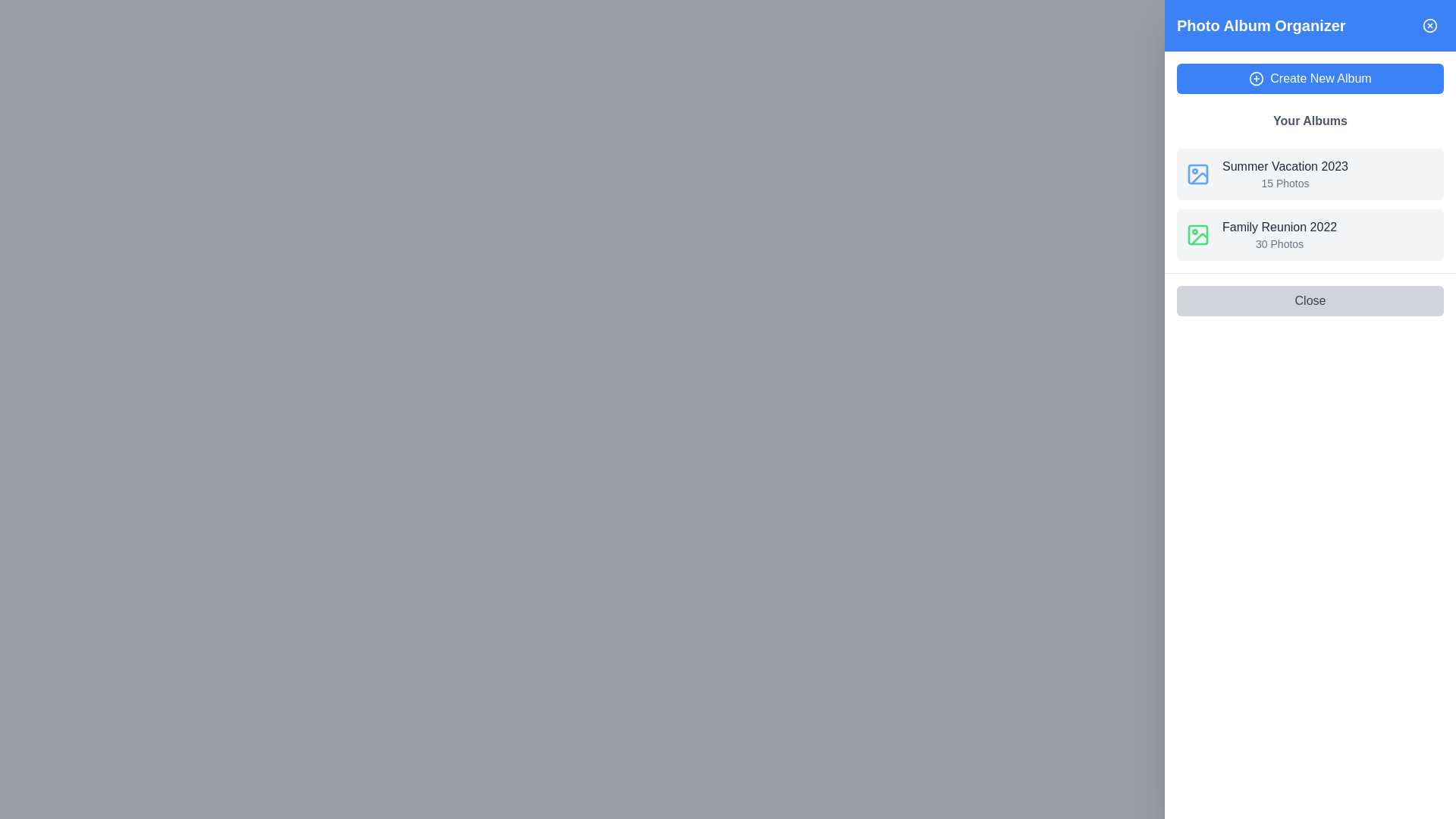  What do you see at coordinates (1261, 26) in the screenshot?
I see `text from the header of the photo album organizer application, which is located at the top-left section of the blue header bar` at bounding box center [1261, 26].